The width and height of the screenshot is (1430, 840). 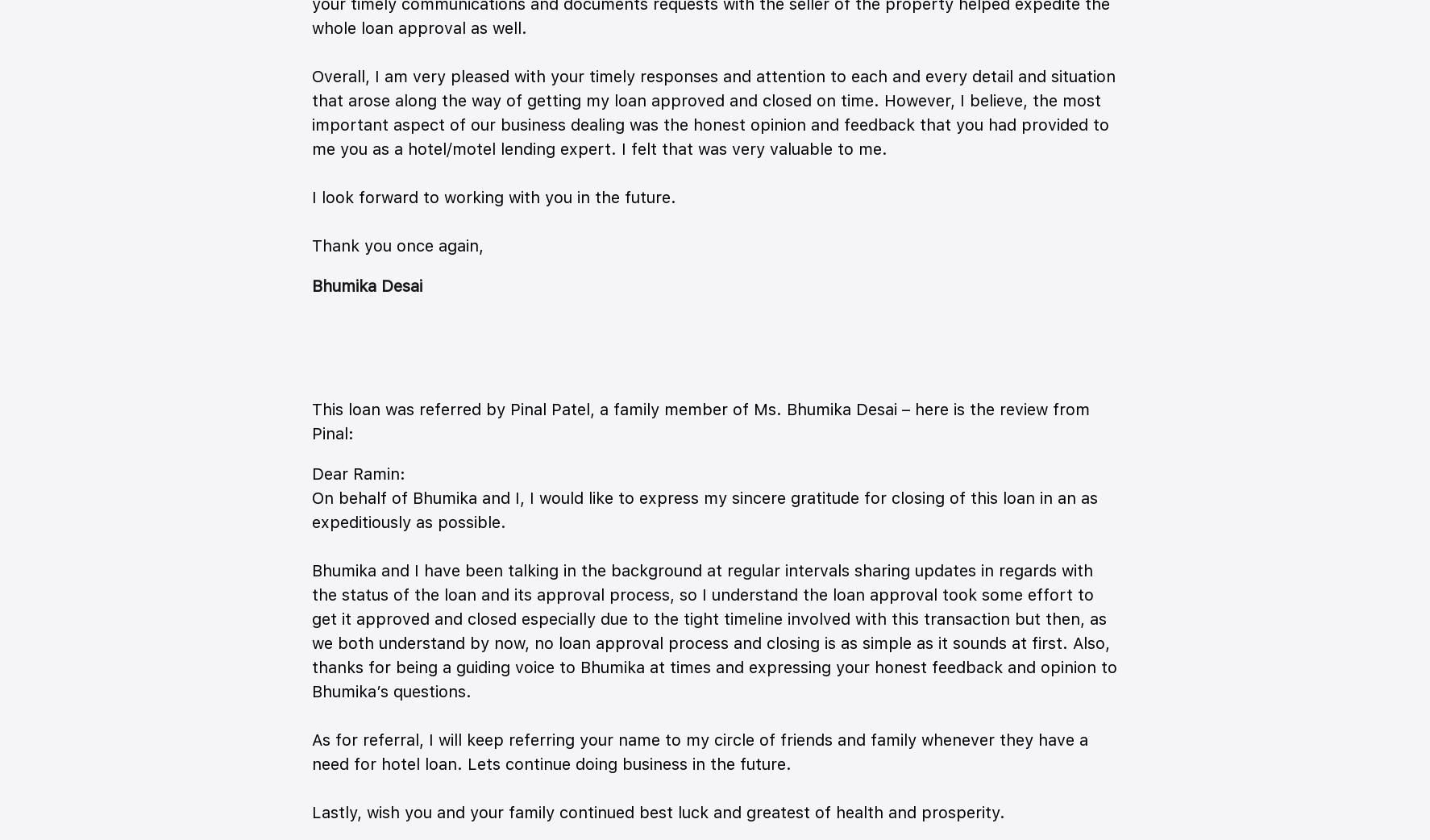 I want to click on 'As for referral, I will keep referring your name to my circle of friends and family whenever they have a need for hotel loan. Lets continue doing business in the future.', so click(x=700, y=751).